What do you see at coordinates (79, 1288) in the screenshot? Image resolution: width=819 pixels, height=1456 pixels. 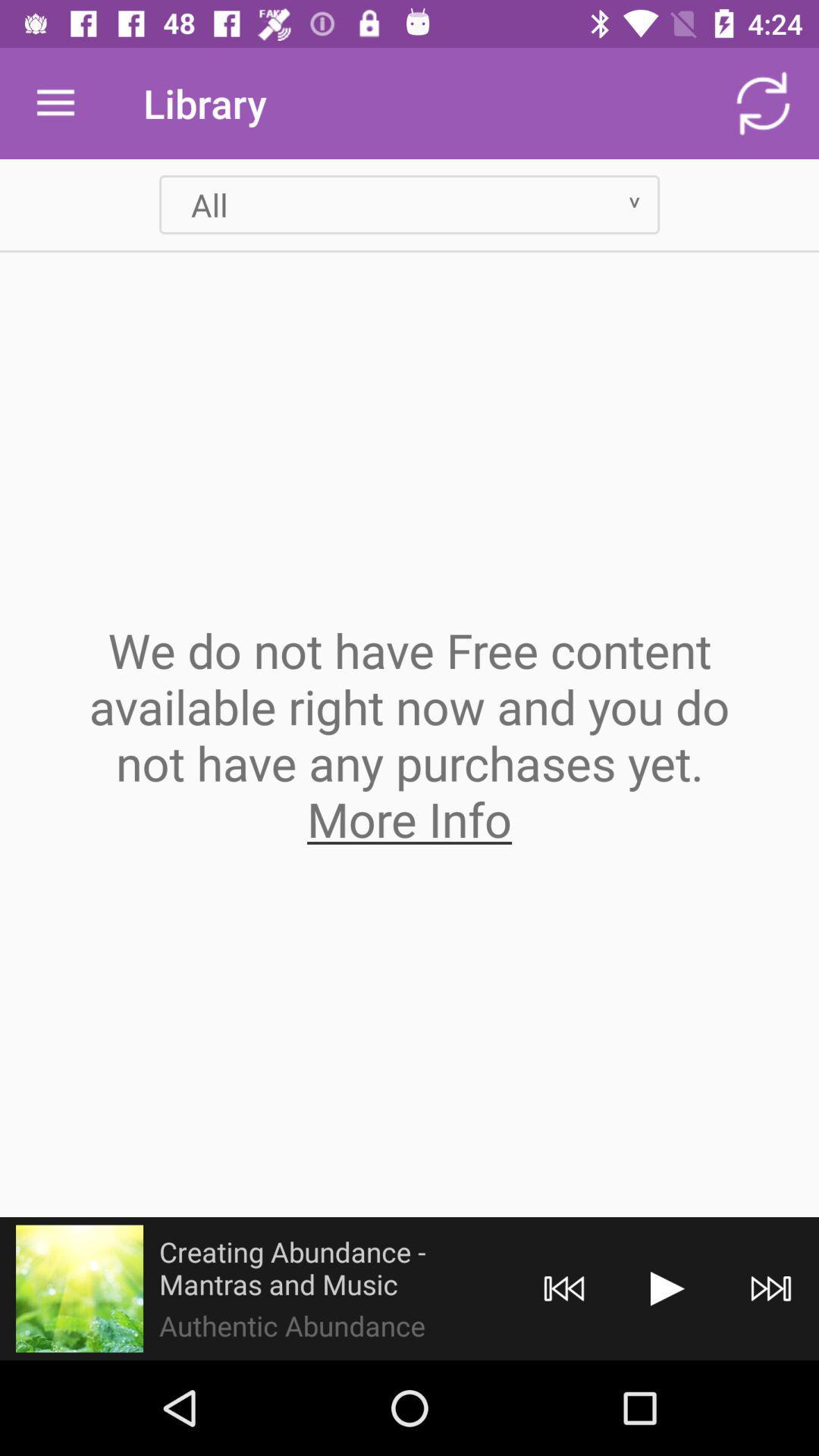 I see `maximize cover art` at bounding box center [79, 1288].